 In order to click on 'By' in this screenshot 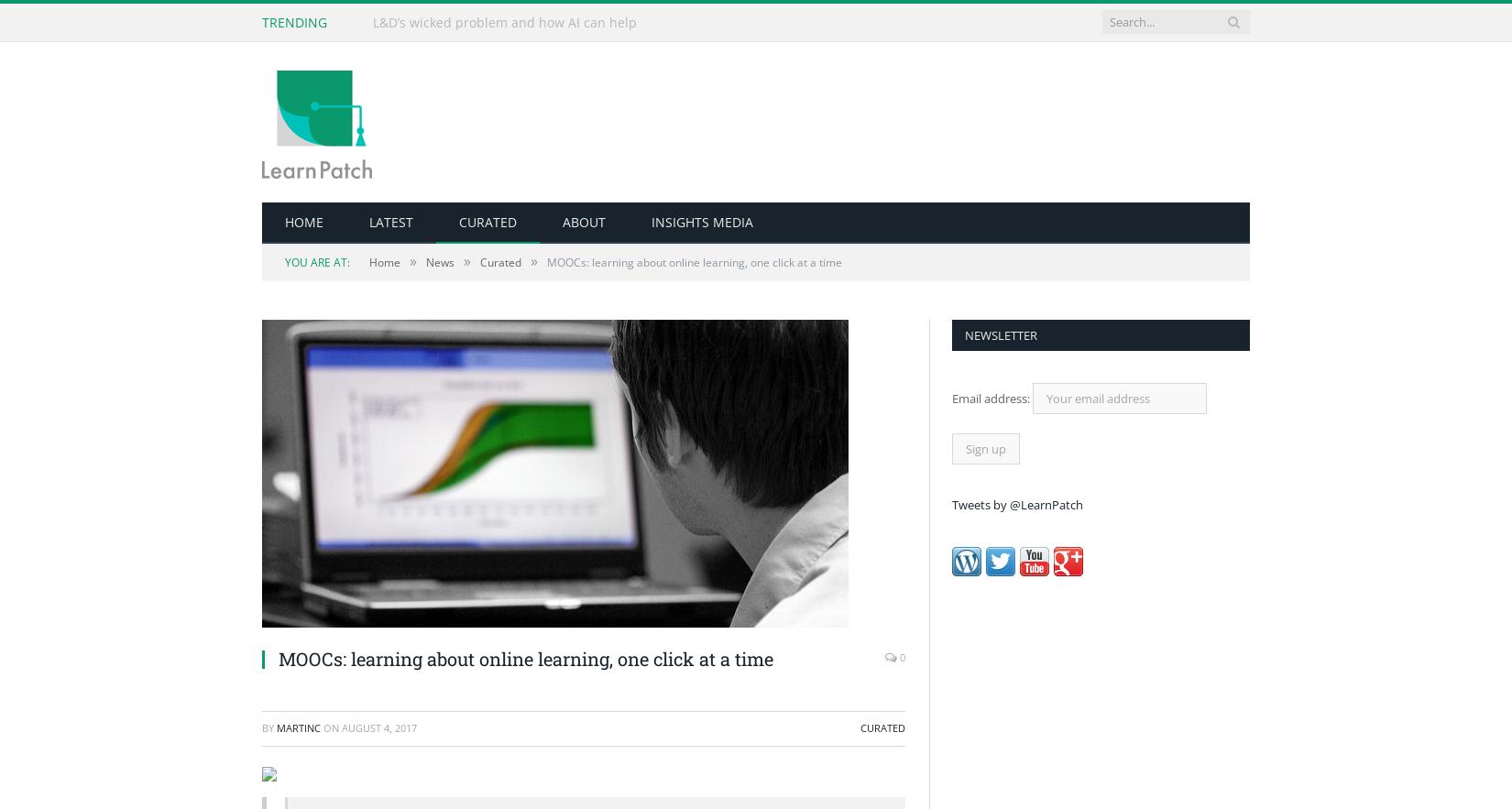, I will do `click(269, 727)`.